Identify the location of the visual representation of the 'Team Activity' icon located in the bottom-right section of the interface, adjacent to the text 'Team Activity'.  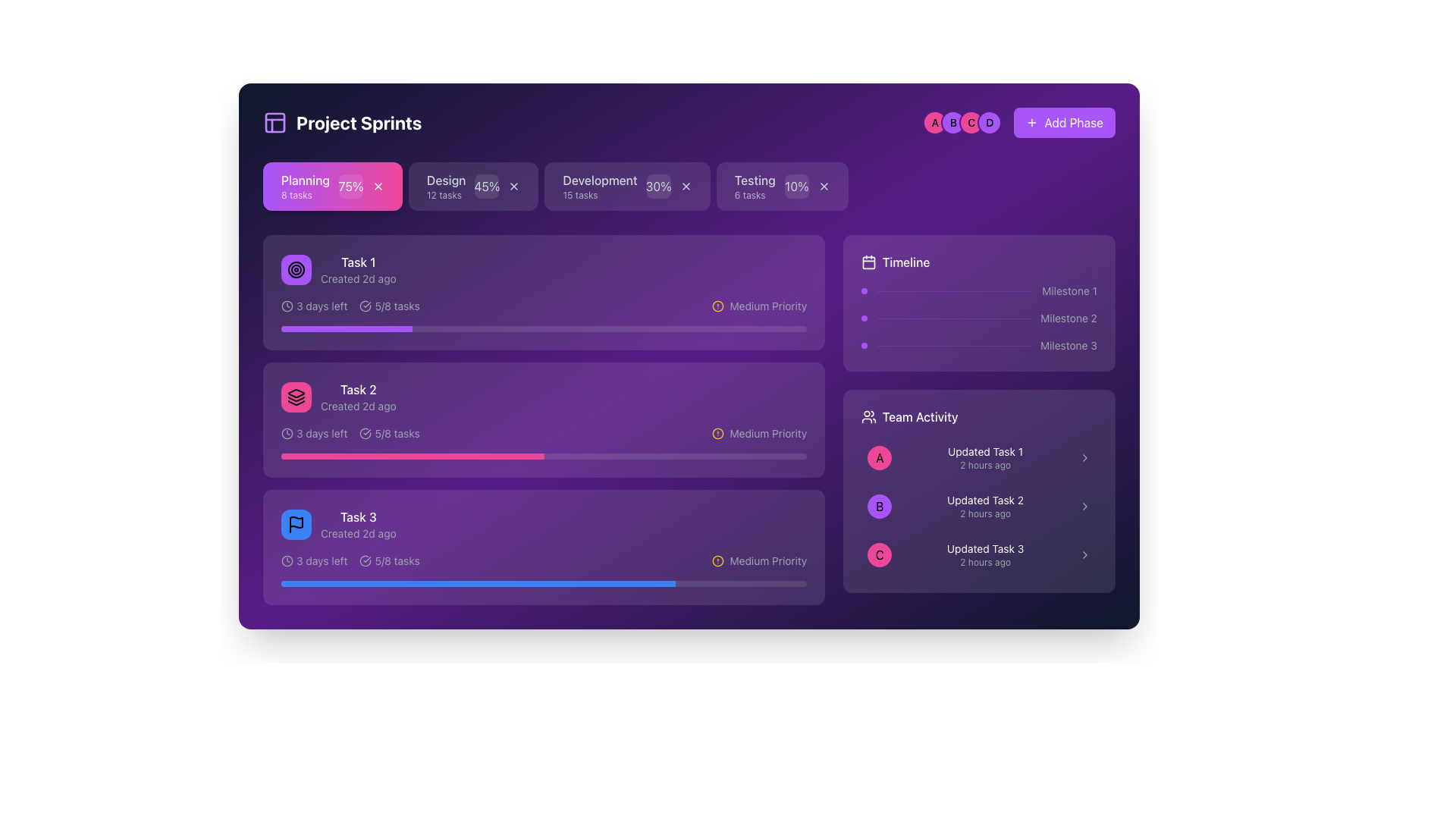
(869, 417).